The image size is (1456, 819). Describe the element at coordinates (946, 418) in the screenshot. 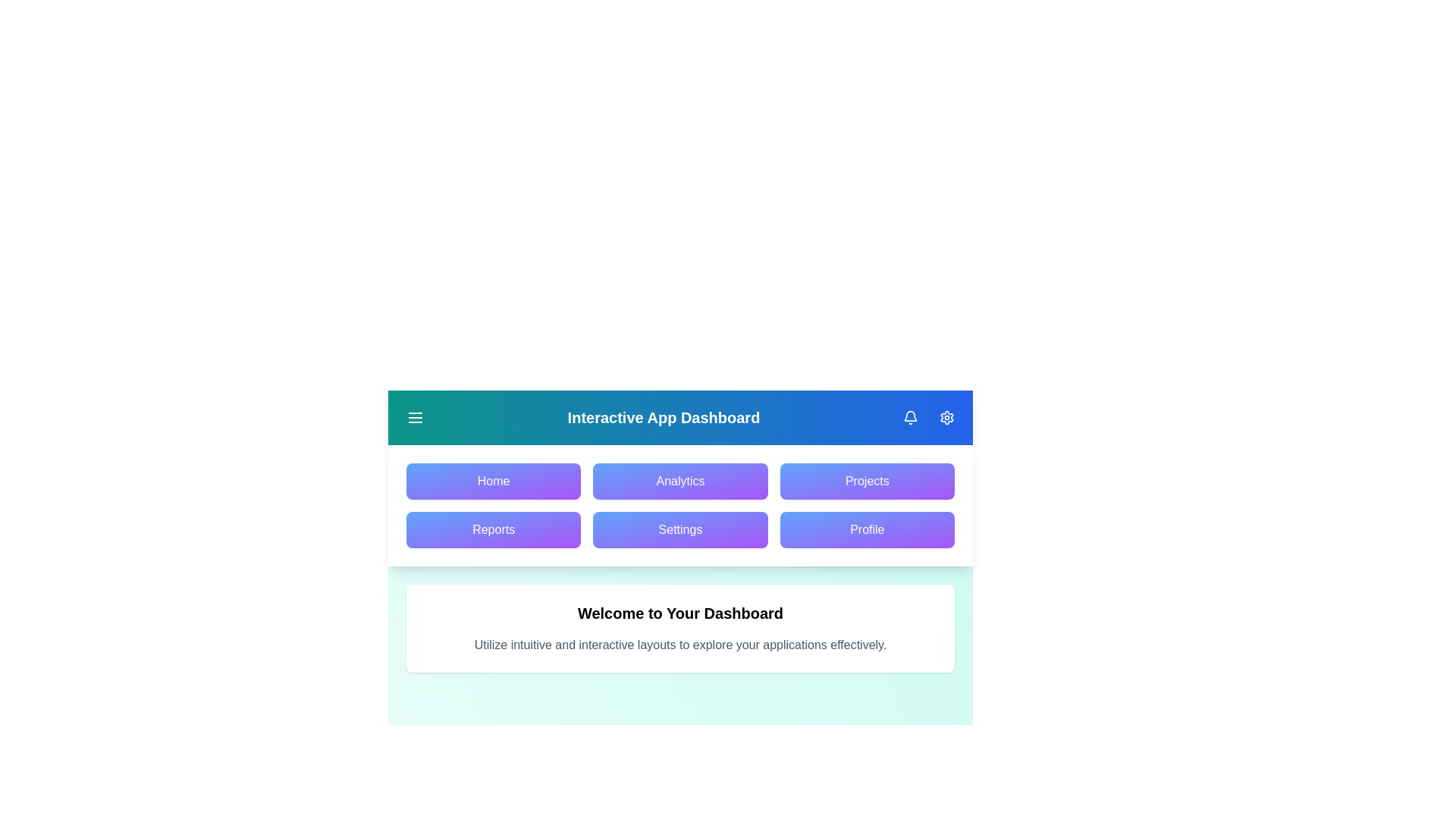

I see `the settings button in the app bar` at that location.